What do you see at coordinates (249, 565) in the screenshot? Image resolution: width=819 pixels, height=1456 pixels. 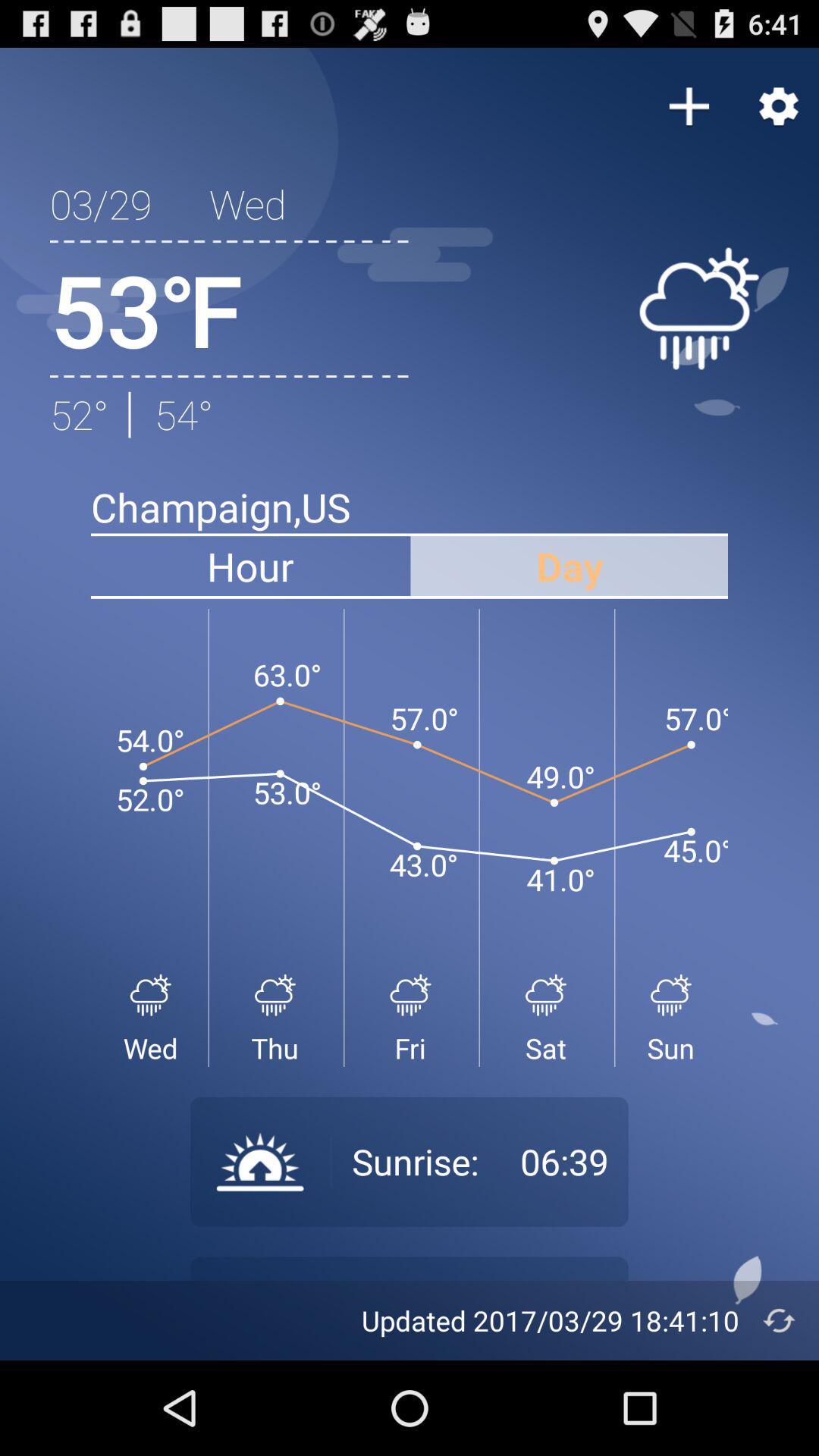 I see `icon to the left of day` at bounding box center [249, 565].